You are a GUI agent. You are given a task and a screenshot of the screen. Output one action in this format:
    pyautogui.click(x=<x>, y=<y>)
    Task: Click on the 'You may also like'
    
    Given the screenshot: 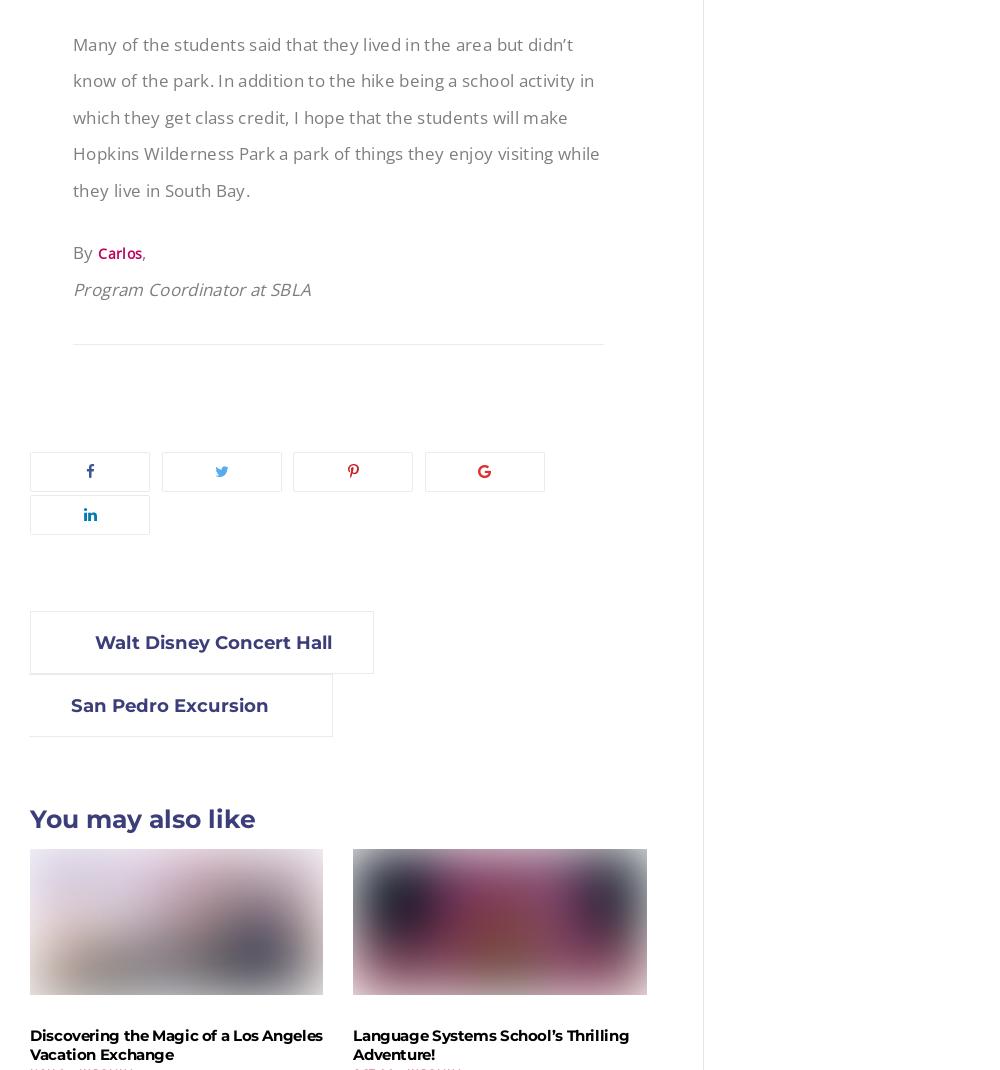 What is the action you would take?
    pyautogui.click(x=143, y=818)
    